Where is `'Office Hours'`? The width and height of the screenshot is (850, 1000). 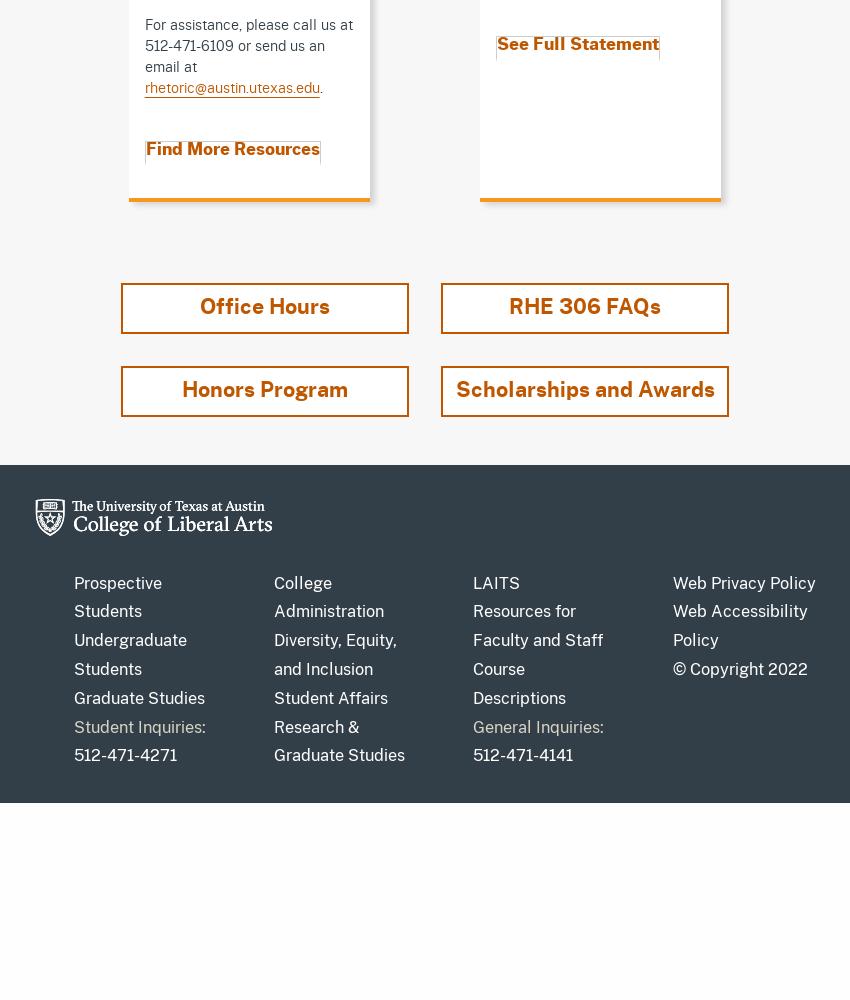 'Office Hours' is located at coordinates (199, 306).